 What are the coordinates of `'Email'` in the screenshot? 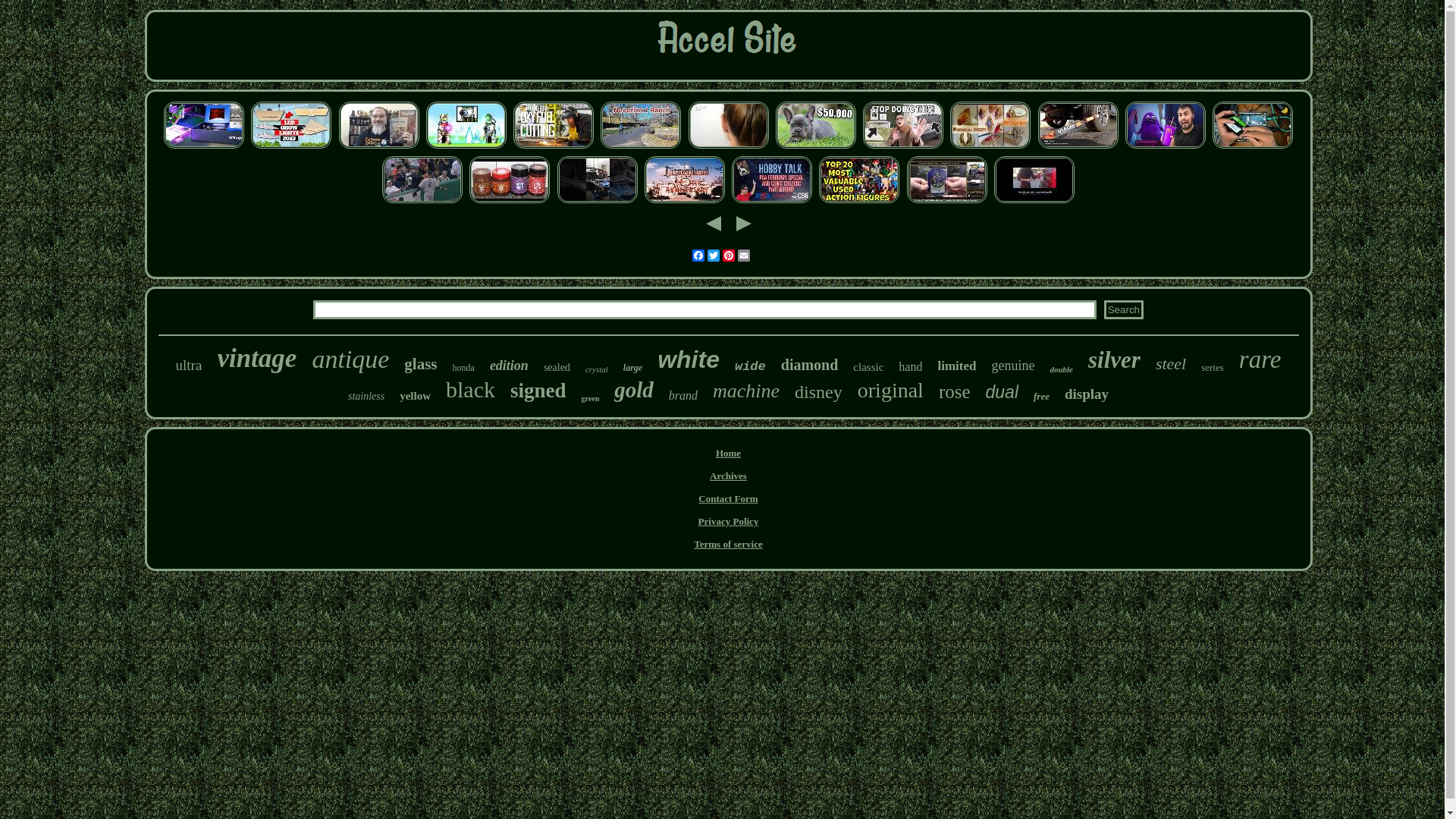 It's located at (742, 254).